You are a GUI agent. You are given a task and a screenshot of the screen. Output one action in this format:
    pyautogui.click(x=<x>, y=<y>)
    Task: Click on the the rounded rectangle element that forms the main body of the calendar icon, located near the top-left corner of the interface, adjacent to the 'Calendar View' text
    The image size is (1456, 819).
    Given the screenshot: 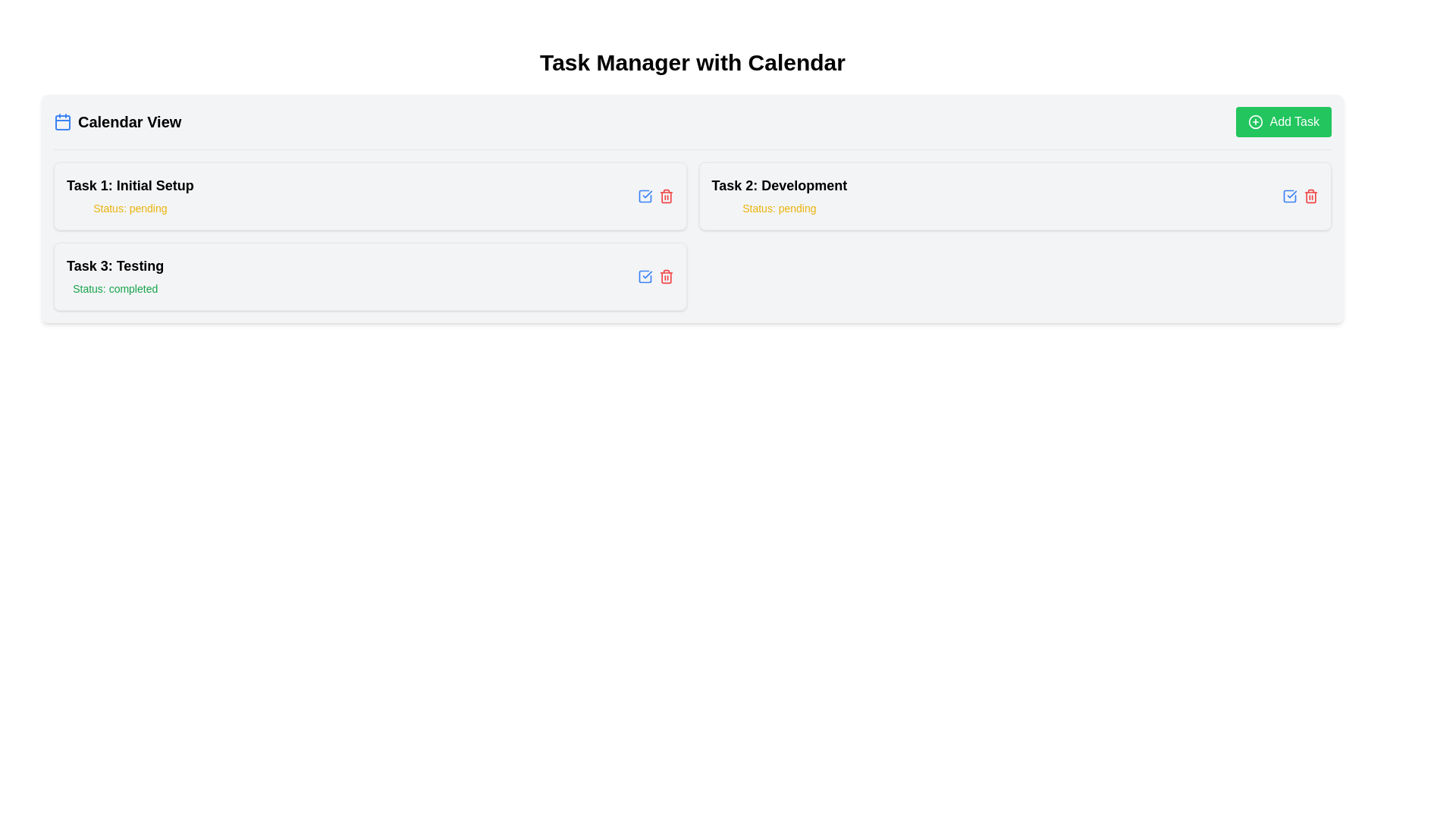 What is the action you would take?
    pyautogui.click(x=61, y=122)
    